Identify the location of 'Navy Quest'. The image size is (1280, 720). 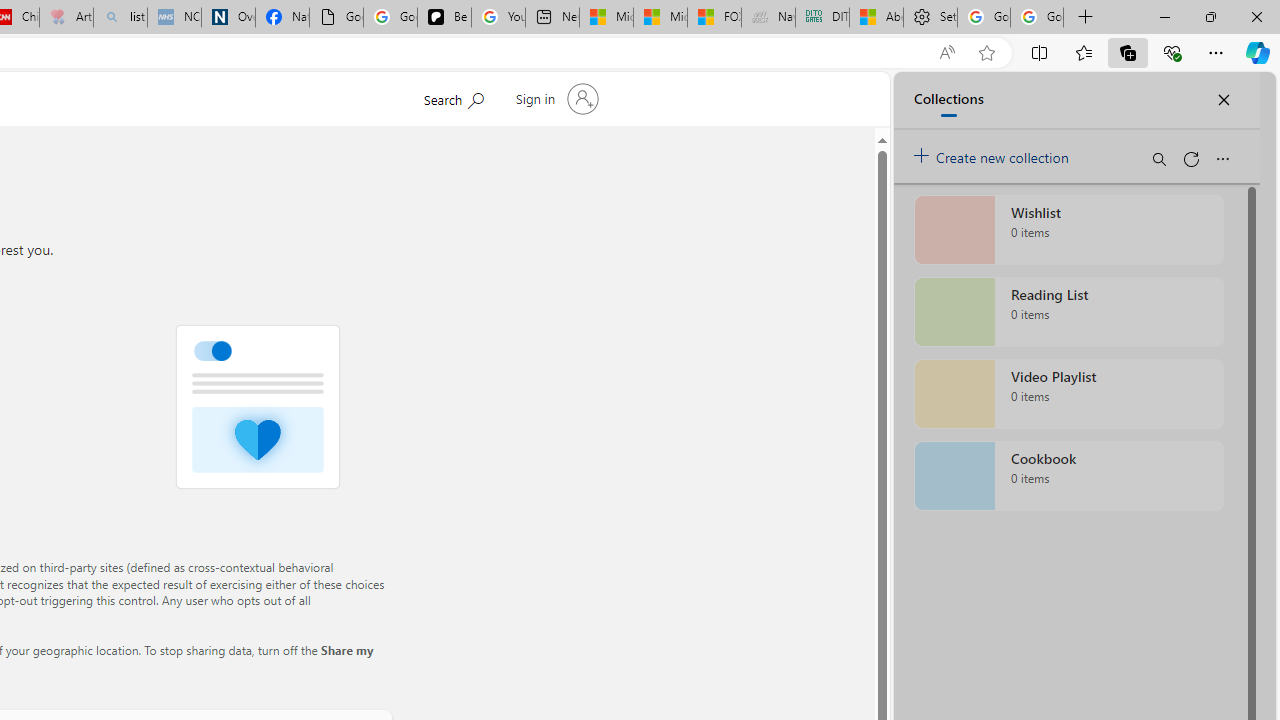
(767, 17).